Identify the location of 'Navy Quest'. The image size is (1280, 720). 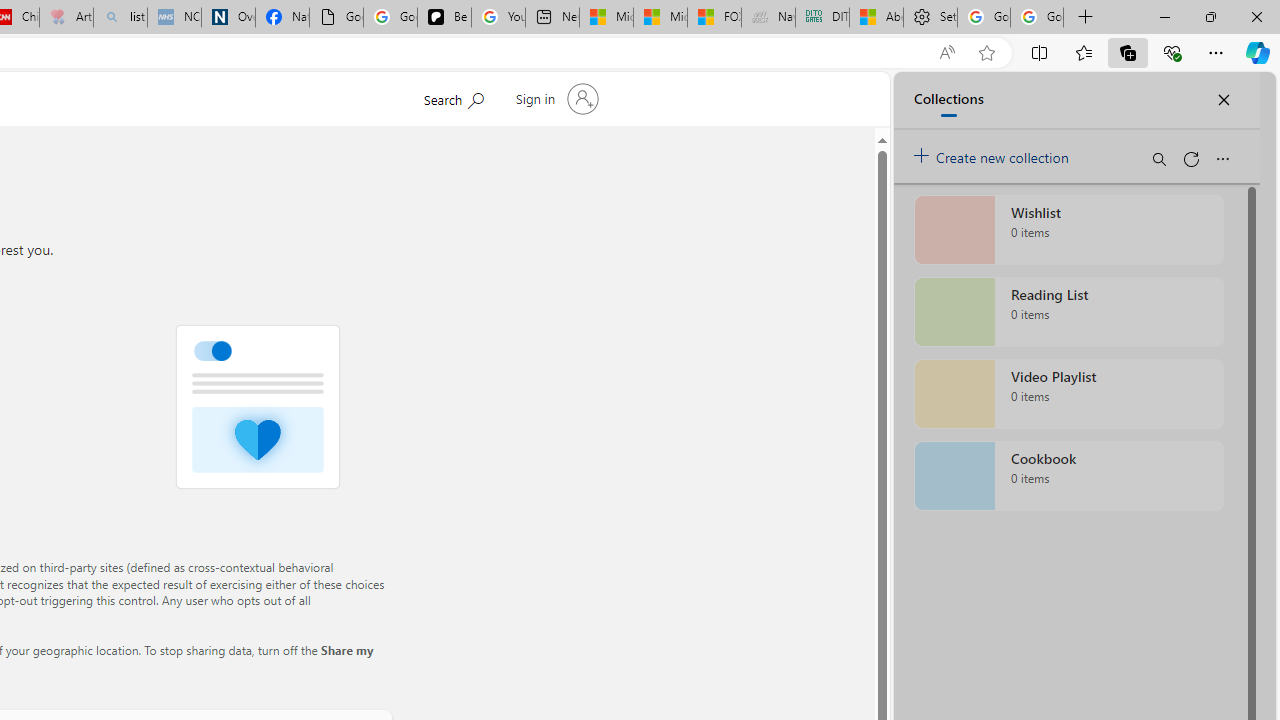
(767, 17).